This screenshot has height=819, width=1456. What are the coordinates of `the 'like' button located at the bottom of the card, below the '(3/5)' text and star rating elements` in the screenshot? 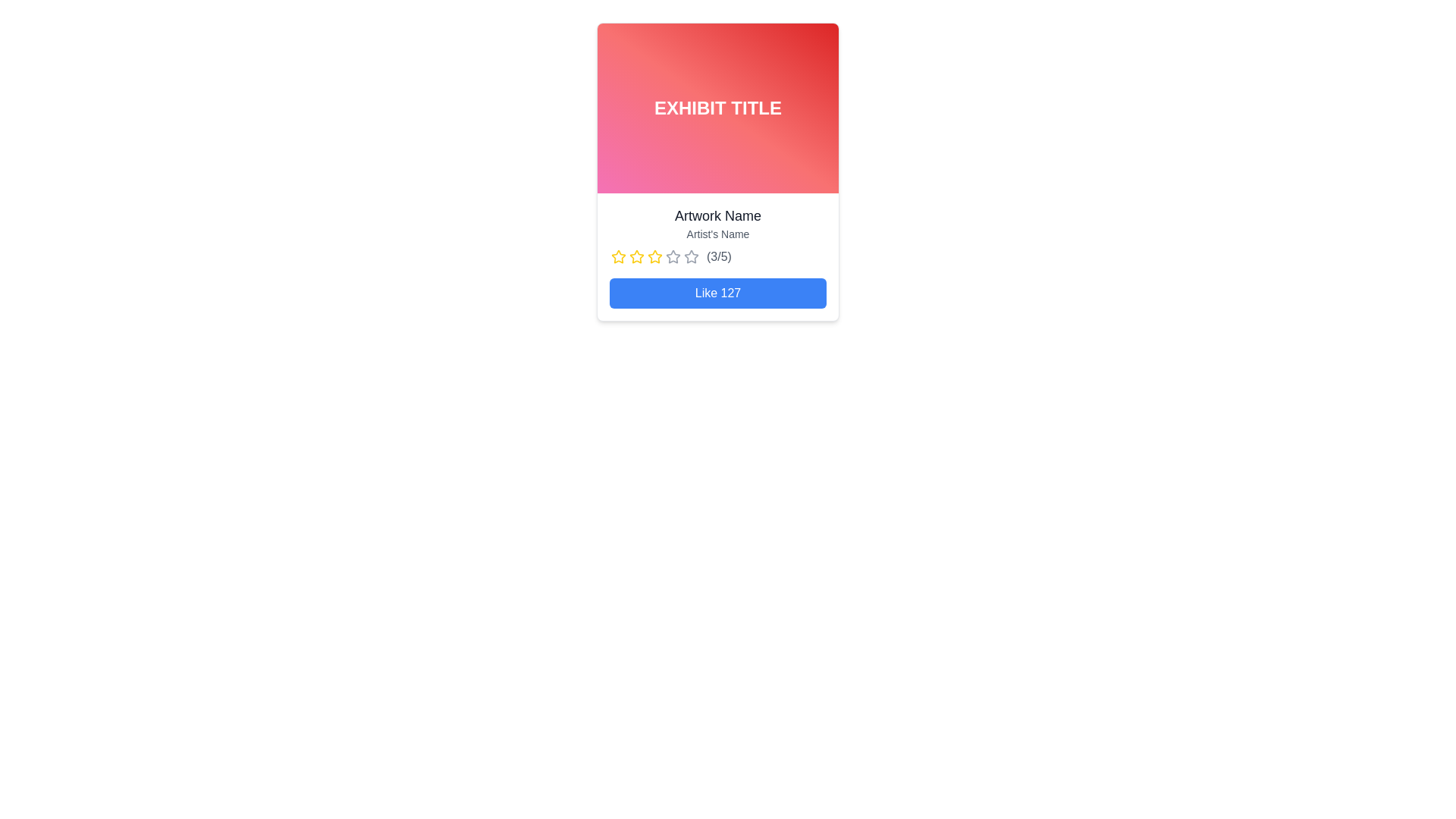 It's located at (717, 293).